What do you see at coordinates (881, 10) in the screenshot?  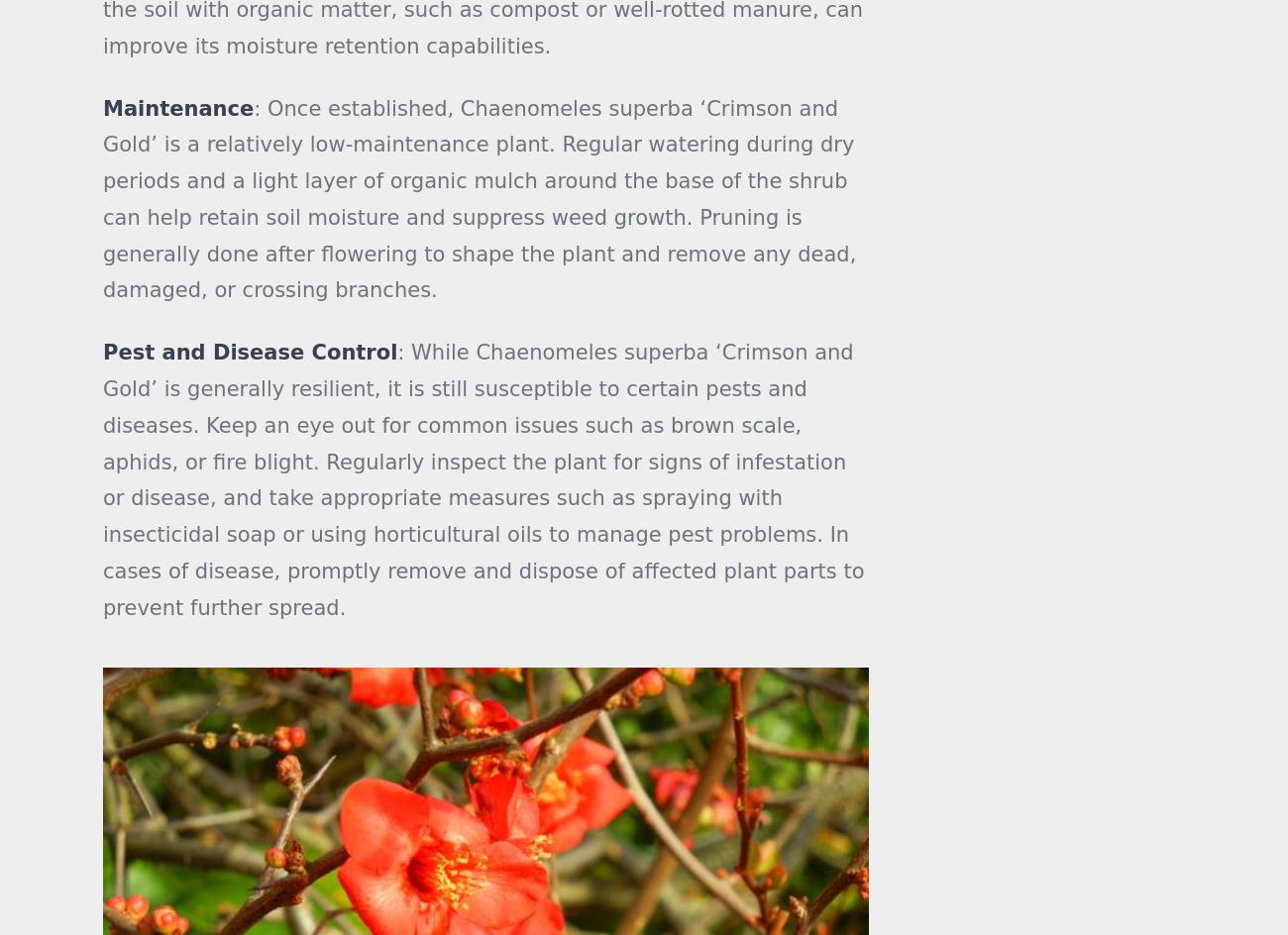 I see `'Partial Shade'` at bounding box center [881, 10].